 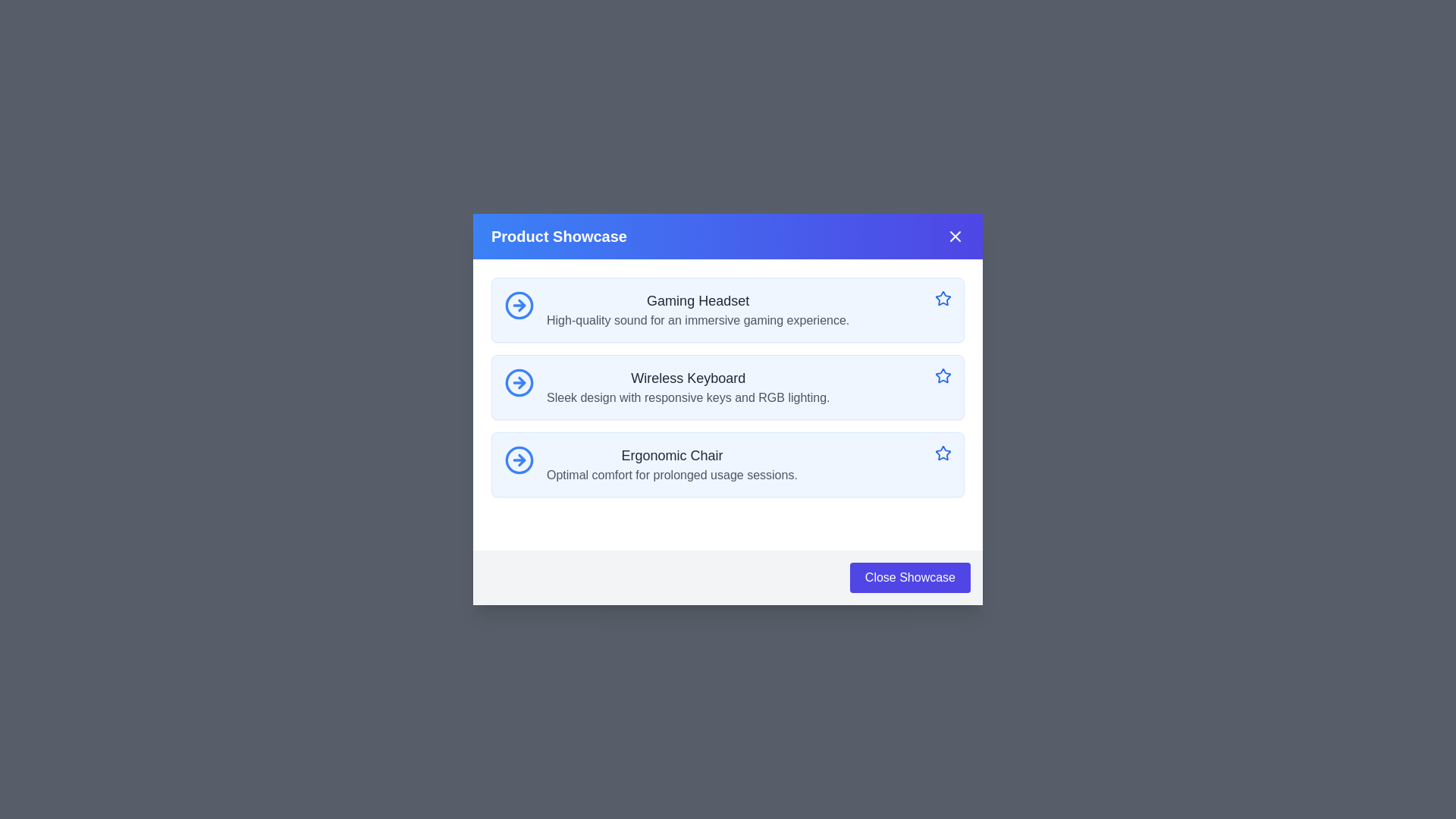 I want to click on text of the 'Ergonomic Chair' label, which is a dark gray, medium weight, large font text element located in the third entry of a vertical list, so click(x=671, y=455).